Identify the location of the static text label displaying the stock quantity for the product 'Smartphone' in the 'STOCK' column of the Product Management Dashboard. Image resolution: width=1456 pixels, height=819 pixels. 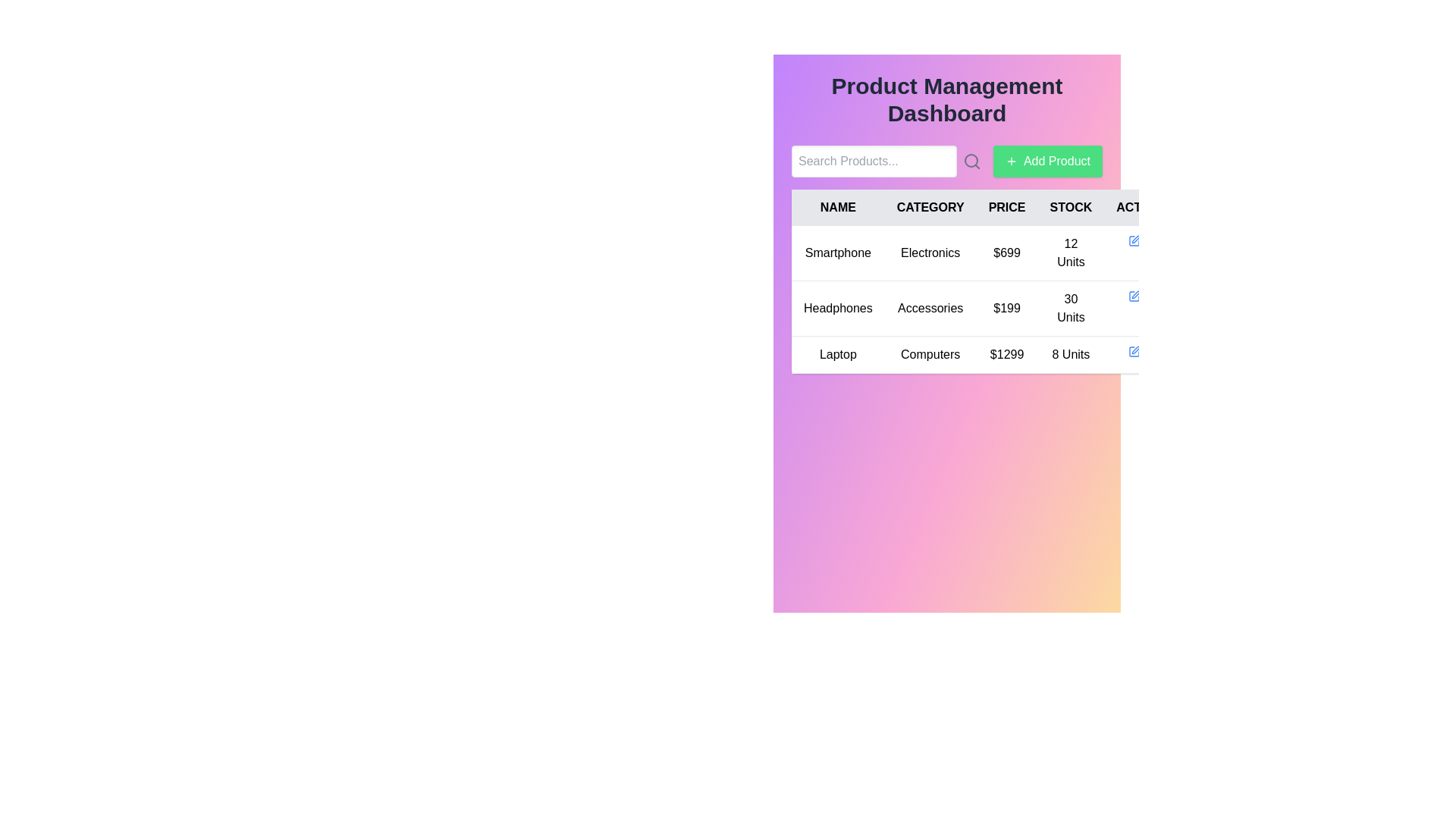
(1070, 253).